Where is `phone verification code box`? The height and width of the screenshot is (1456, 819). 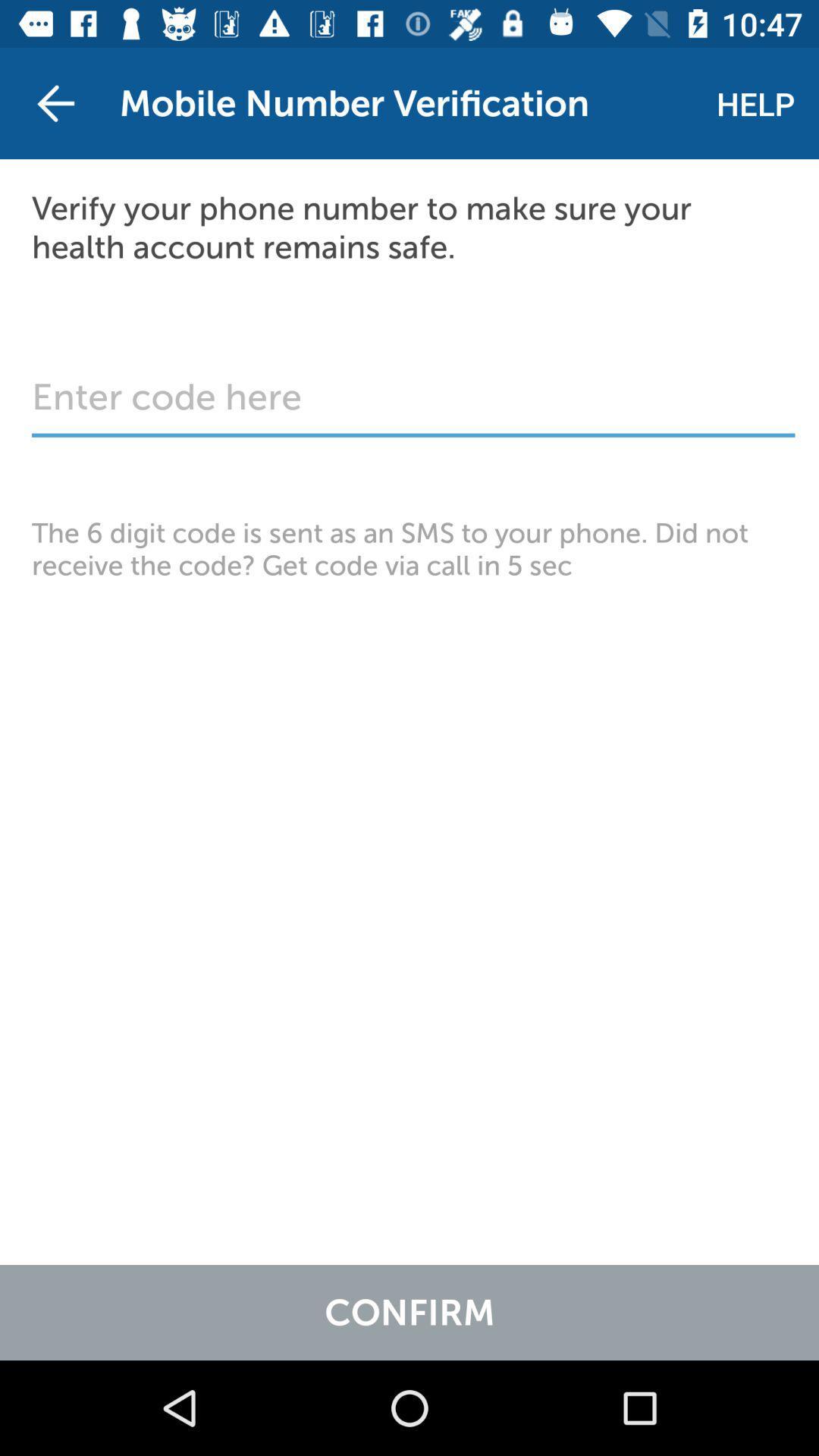
phone verification code box is located at coordinates (413, 404).